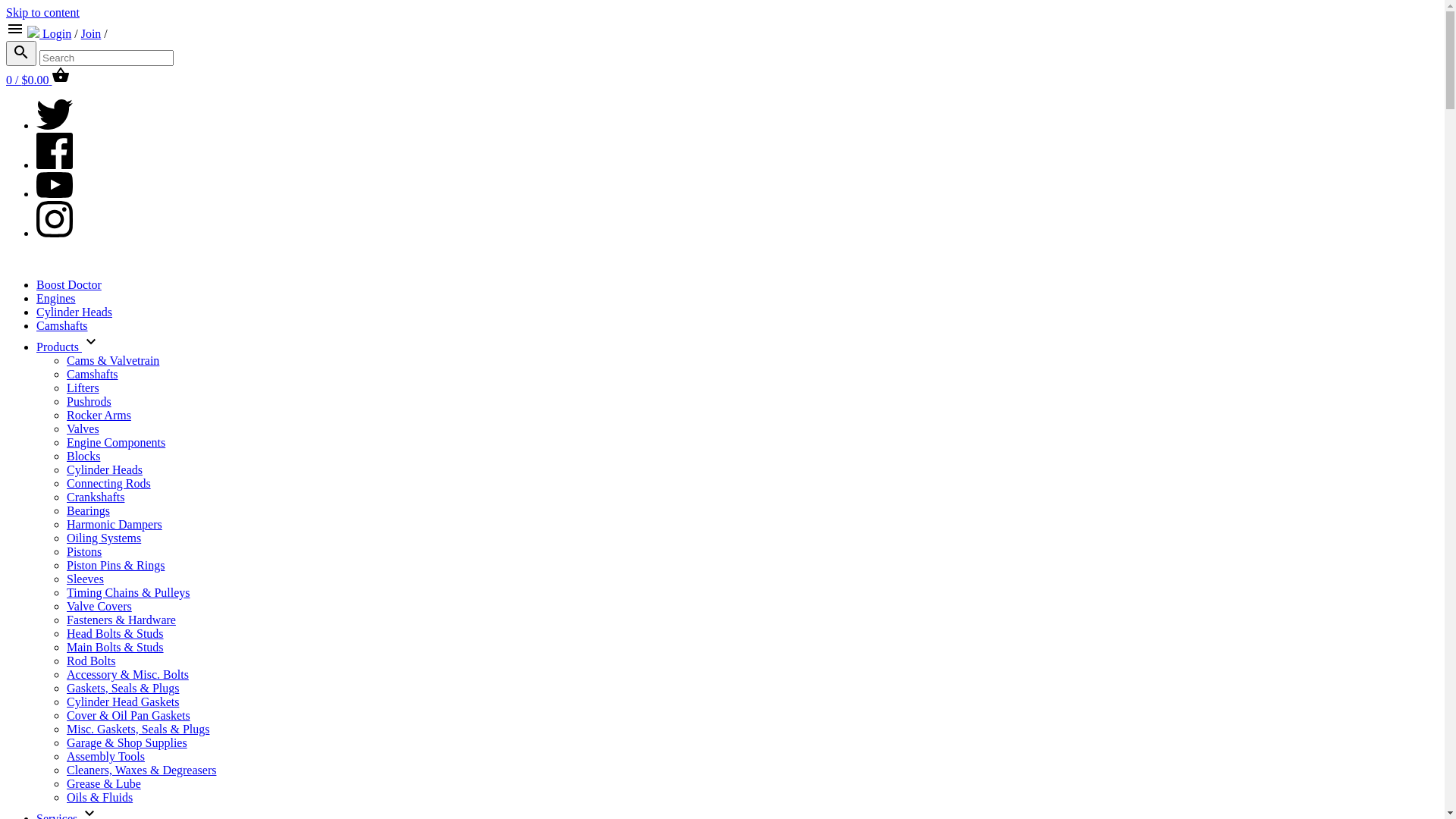 The width and height of the screenshot is (1456, 819). What do you see at coordinates (115, 647) in the screenshot?
I see `'Main Bolts & Studs'` at bounding box center [115, 647].